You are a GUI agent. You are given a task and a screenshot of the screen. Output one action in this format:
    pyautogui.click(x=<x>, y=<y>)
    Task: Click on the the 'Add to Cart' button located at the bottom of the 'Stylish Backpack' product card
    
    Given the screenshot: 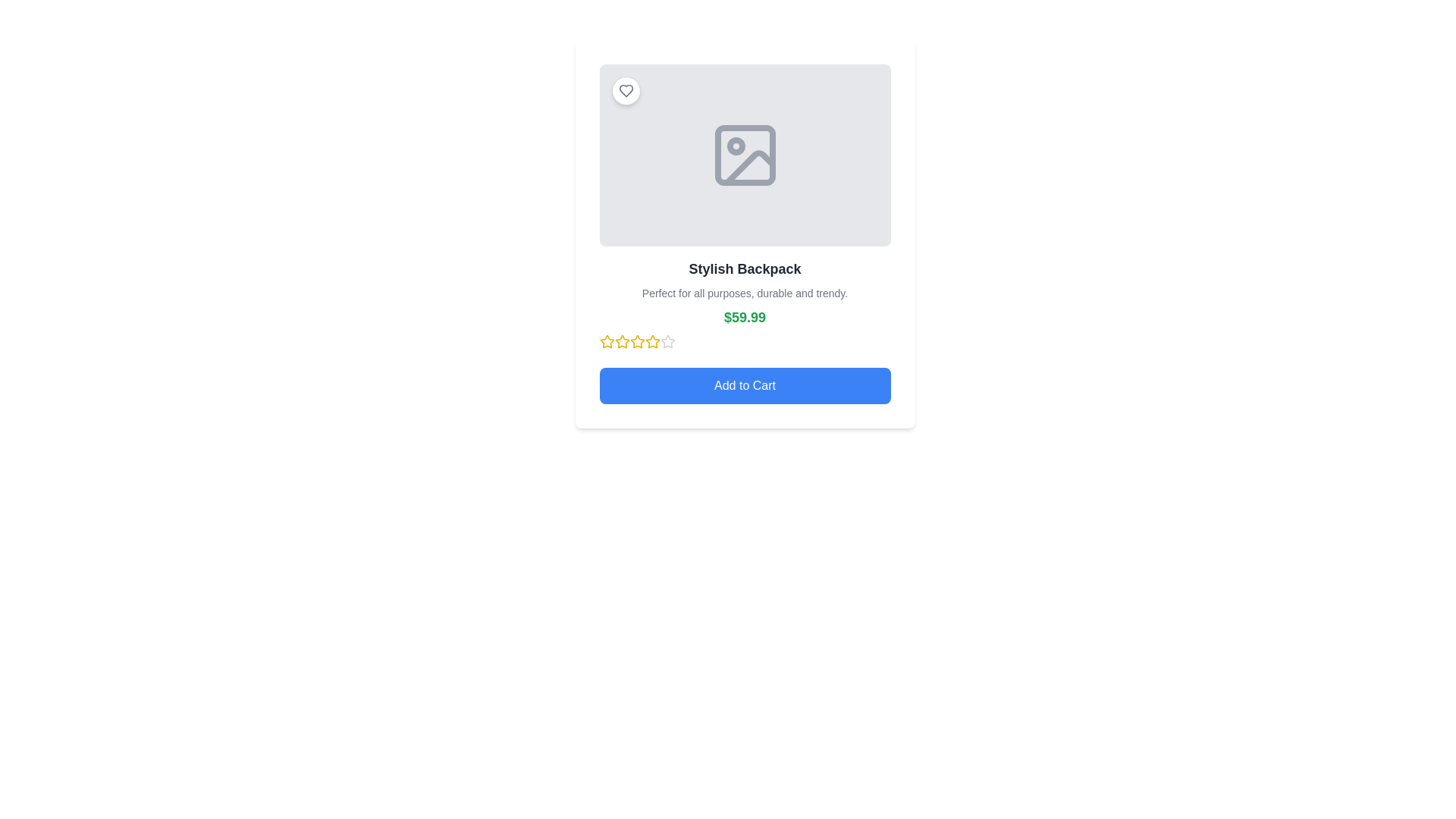 What is the action you would take?
    pyautogui.click(x=745, y=385)
    